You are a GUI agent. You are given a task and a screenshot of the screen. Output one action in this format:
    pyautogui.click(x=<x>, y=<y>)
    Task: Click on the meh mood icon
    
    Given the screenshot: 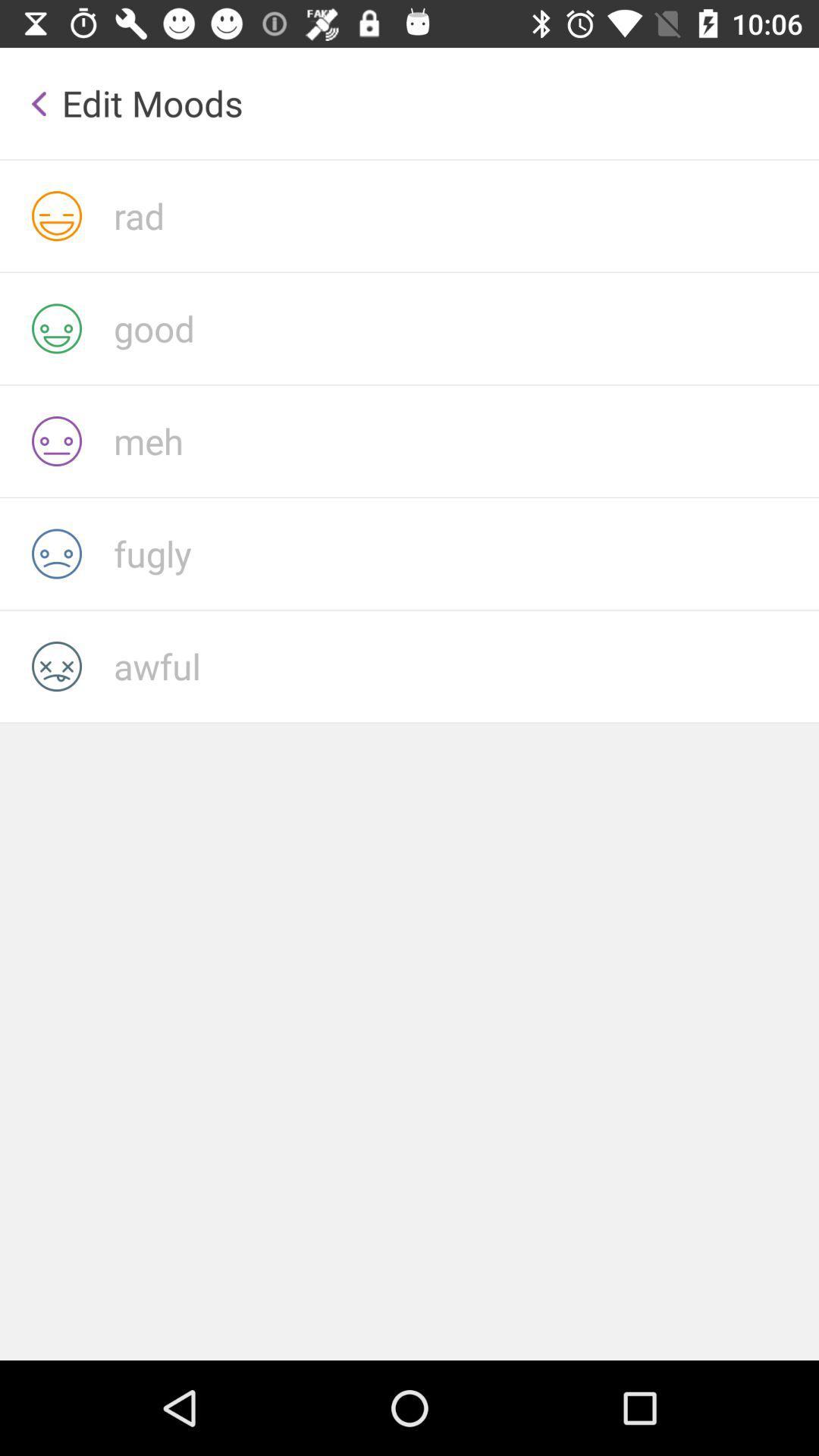 What is the action you would take?
    pyautogui.click(x=465, y=440)
    